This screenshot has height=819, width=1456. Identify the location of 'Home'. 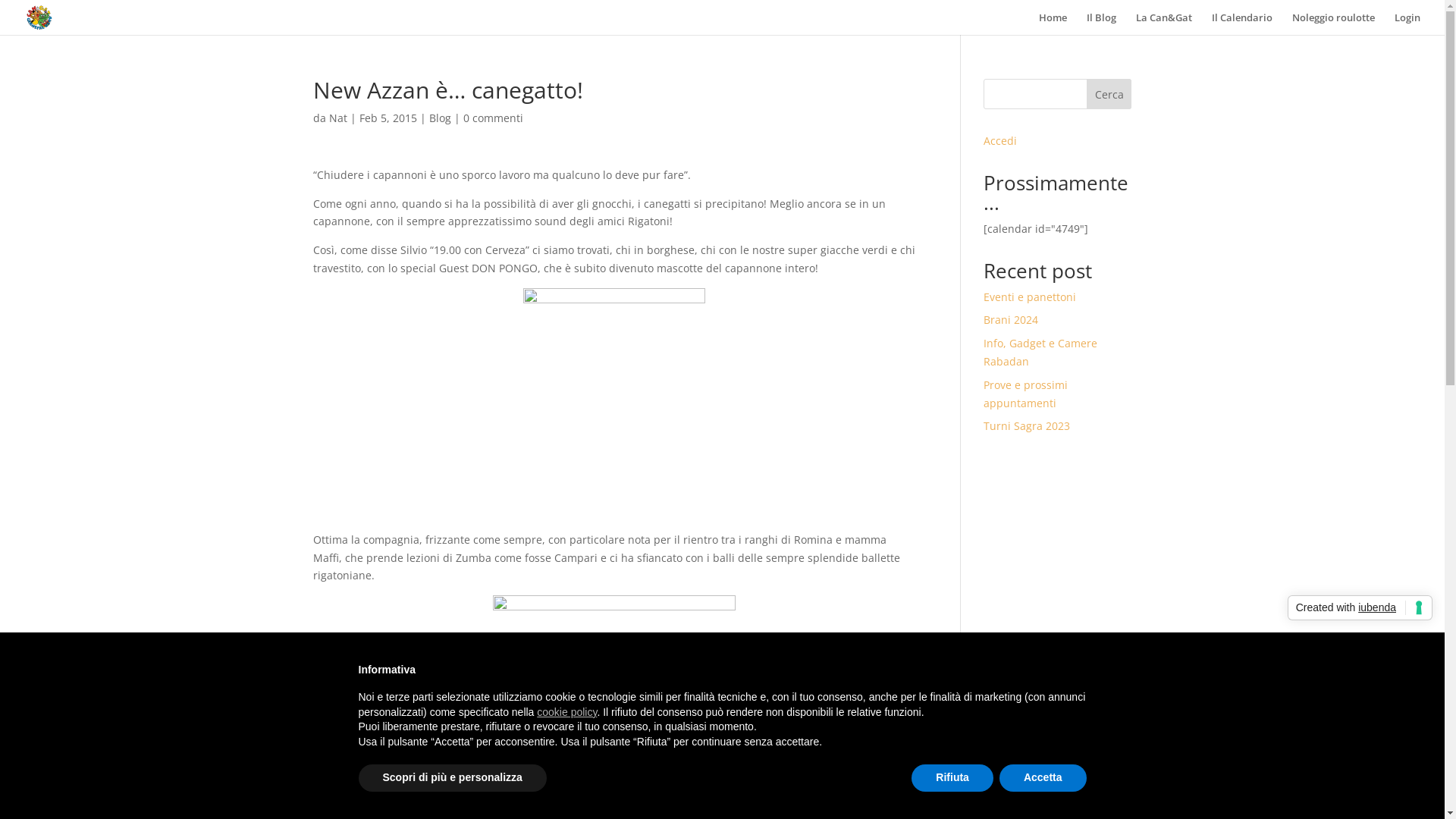
(1052, 23).